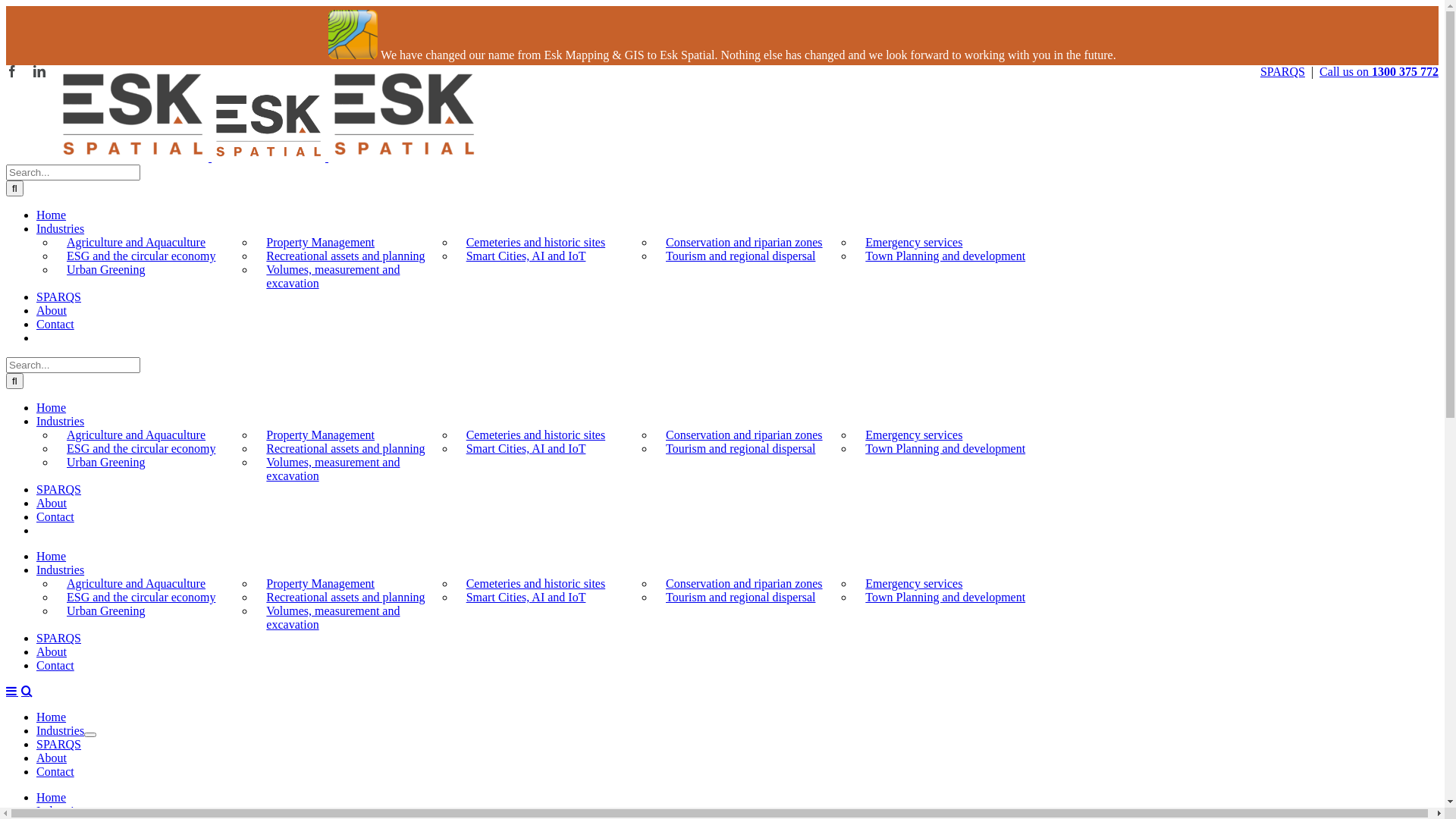 The width and height of the screenshot is (1456, 819). I want to click on 'SPARQS', so click(58, 638).